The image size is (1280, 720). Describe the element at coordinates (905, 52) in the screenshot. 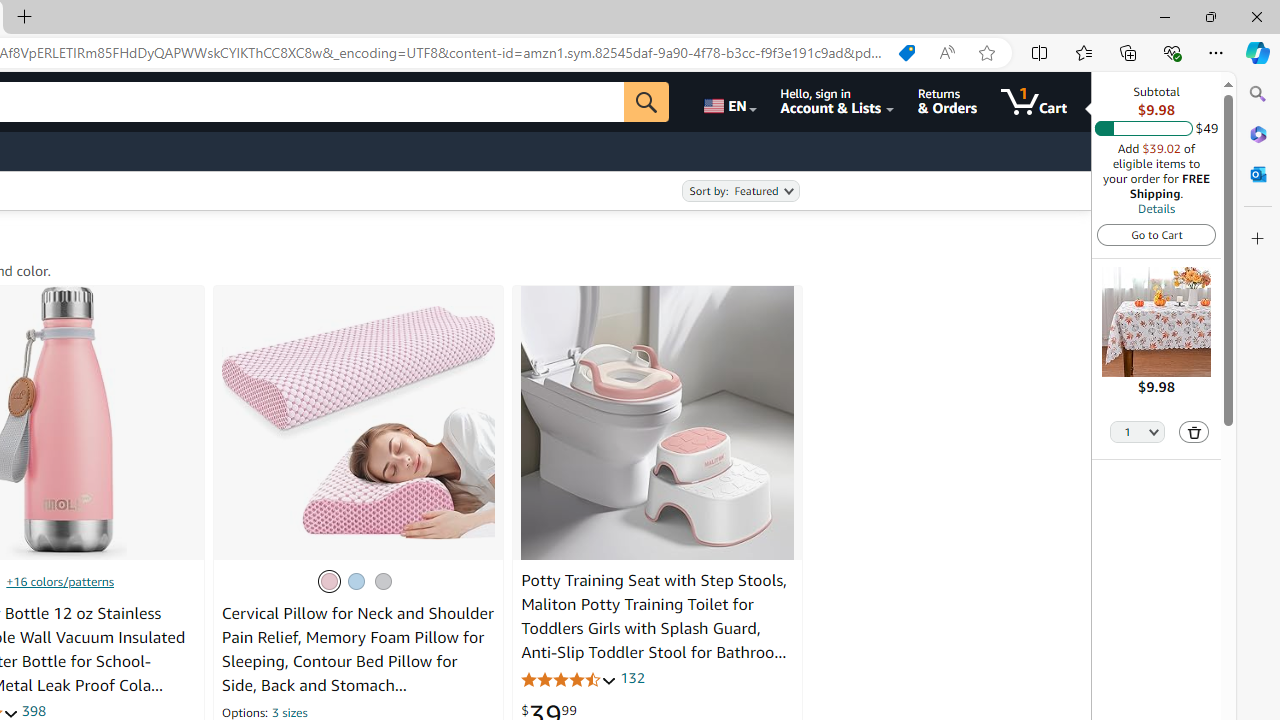

I see `'Shopping in Microsoft Edge'` at that location.